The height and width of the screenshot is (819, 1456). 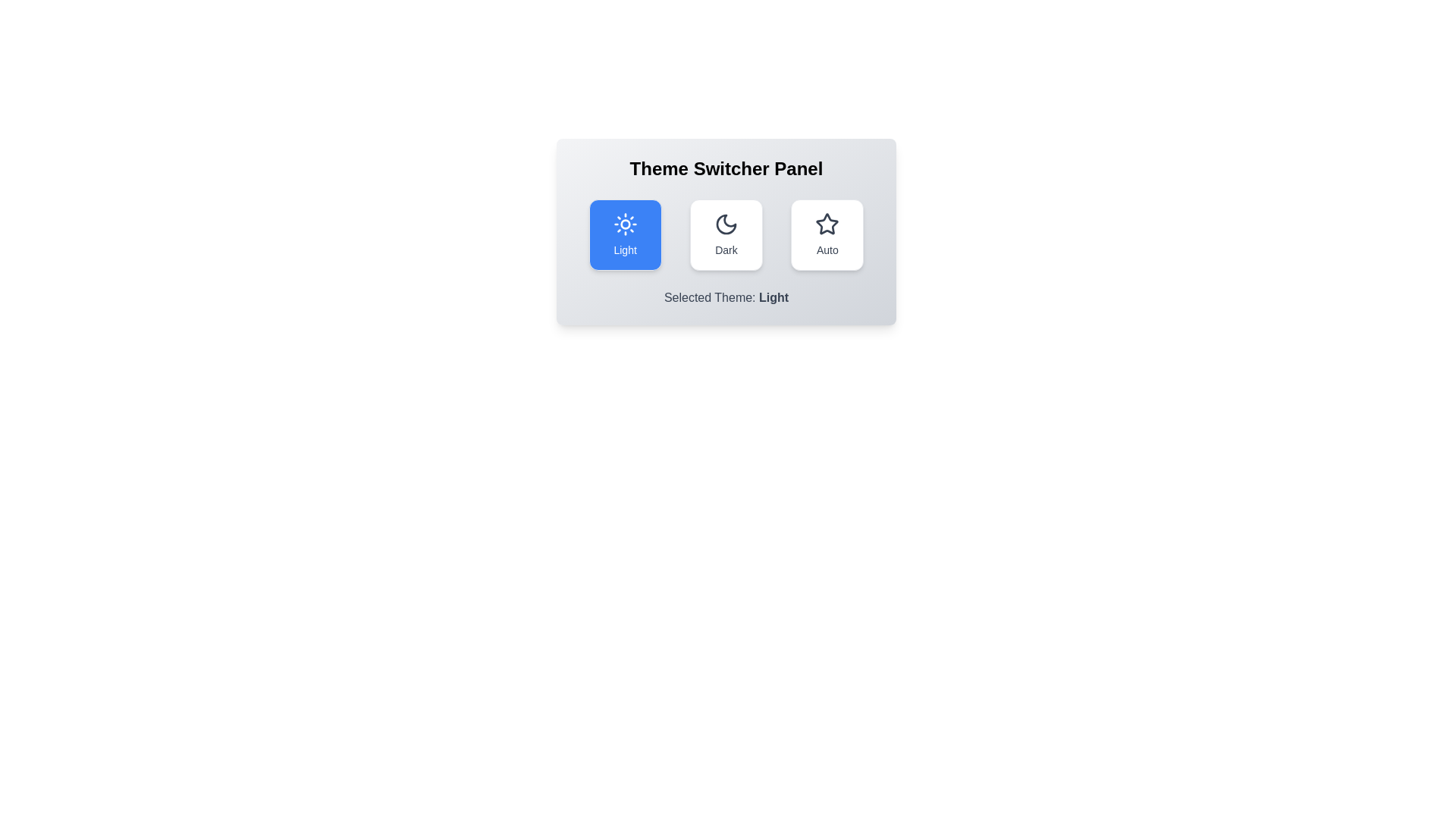 What do you see at coordinates (827, 224) in the screenshot?
I see `the outlined star-shaped icon located at the top-center of the 'Auto' card, which is the last card in a row of theme options` at bounding box center [827, 224].